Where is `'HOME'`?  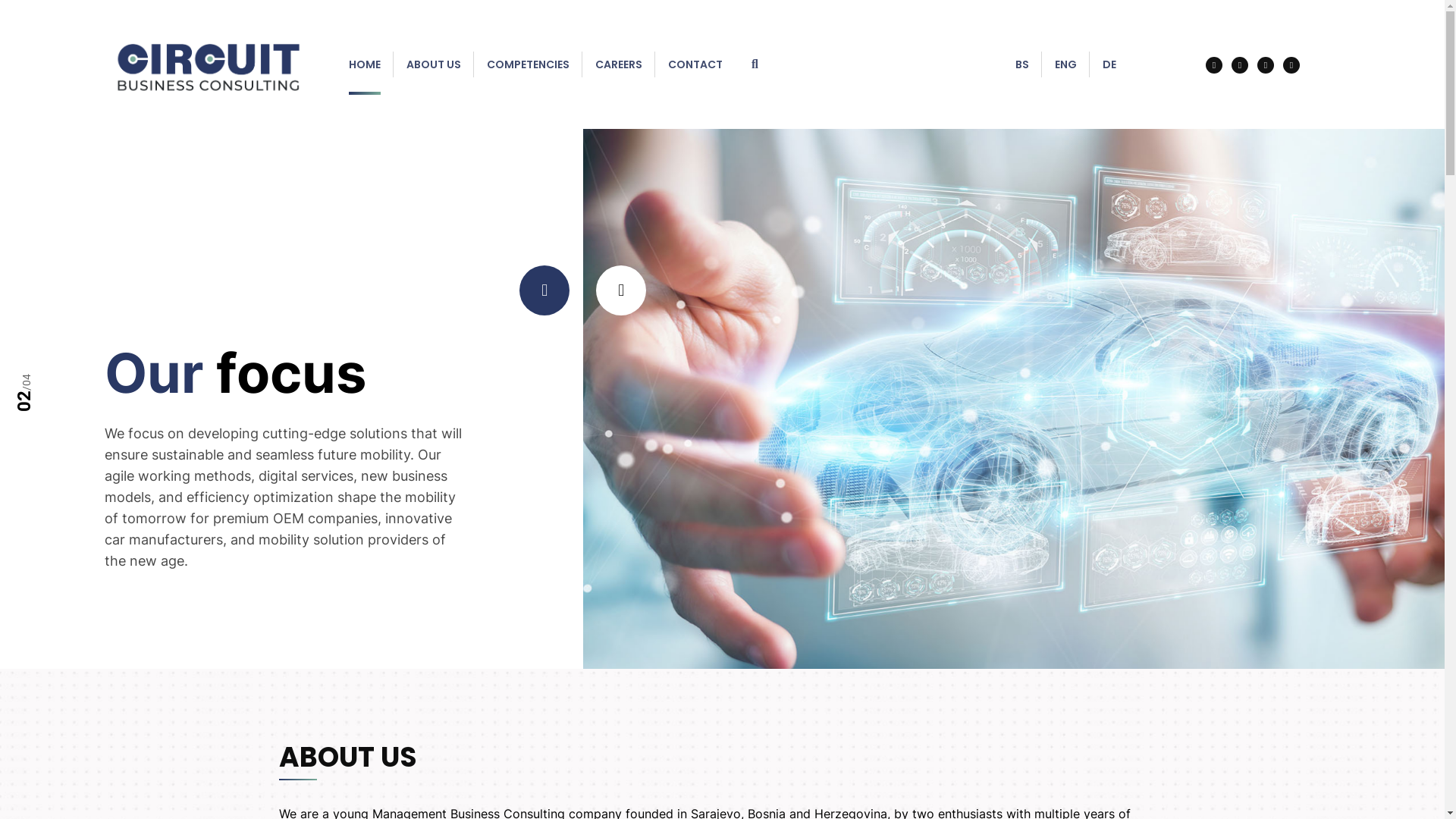 'HOME' is located at coordinates (364, 63).